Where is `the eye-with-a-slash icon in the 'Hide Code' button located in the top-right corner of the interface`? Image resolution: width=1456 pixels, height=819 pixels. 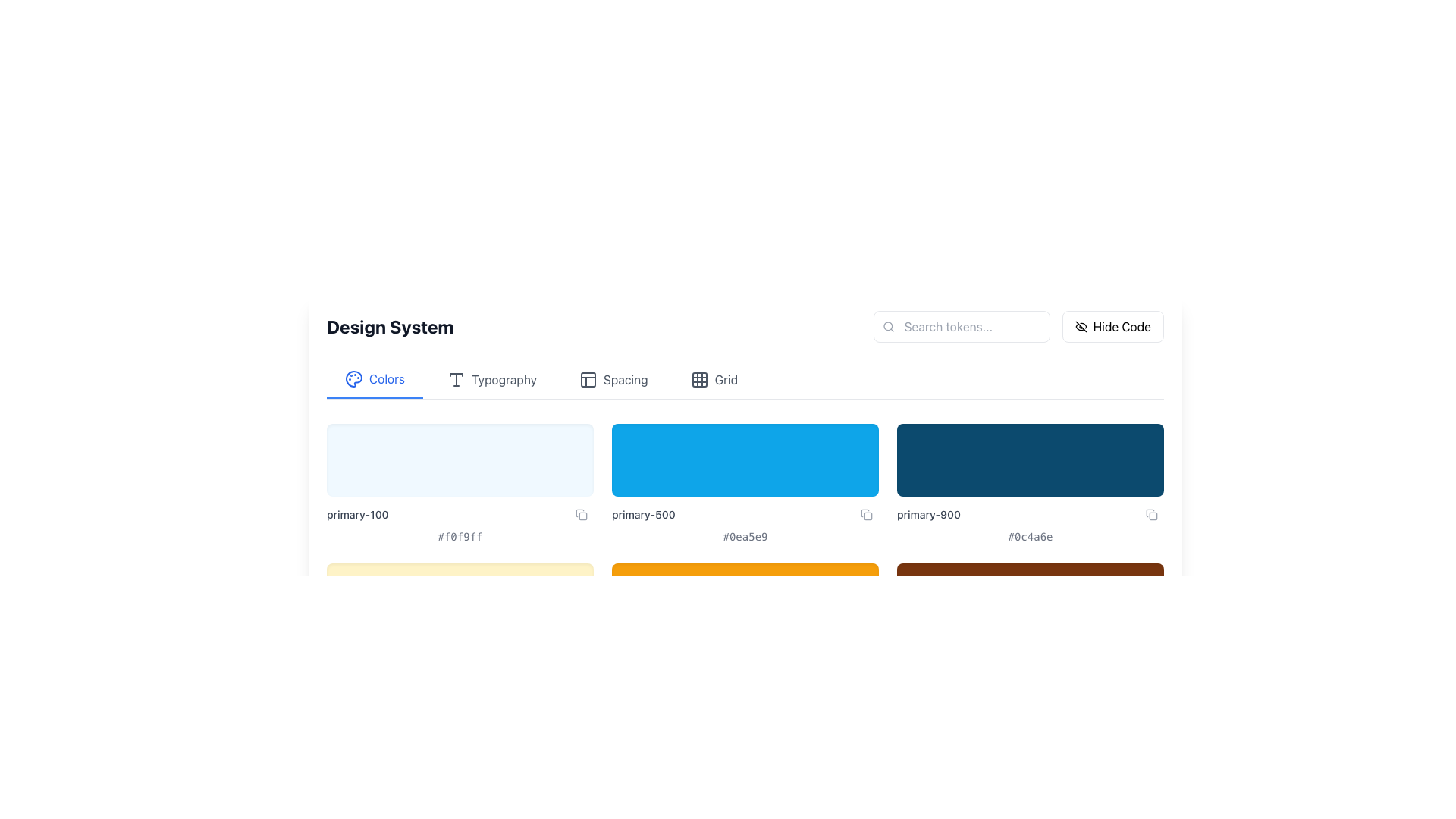
the eye-with-a-slash icon in the 'Hide Code' button located in the top-right corner of the interface is located at coordinates (1080, 326).